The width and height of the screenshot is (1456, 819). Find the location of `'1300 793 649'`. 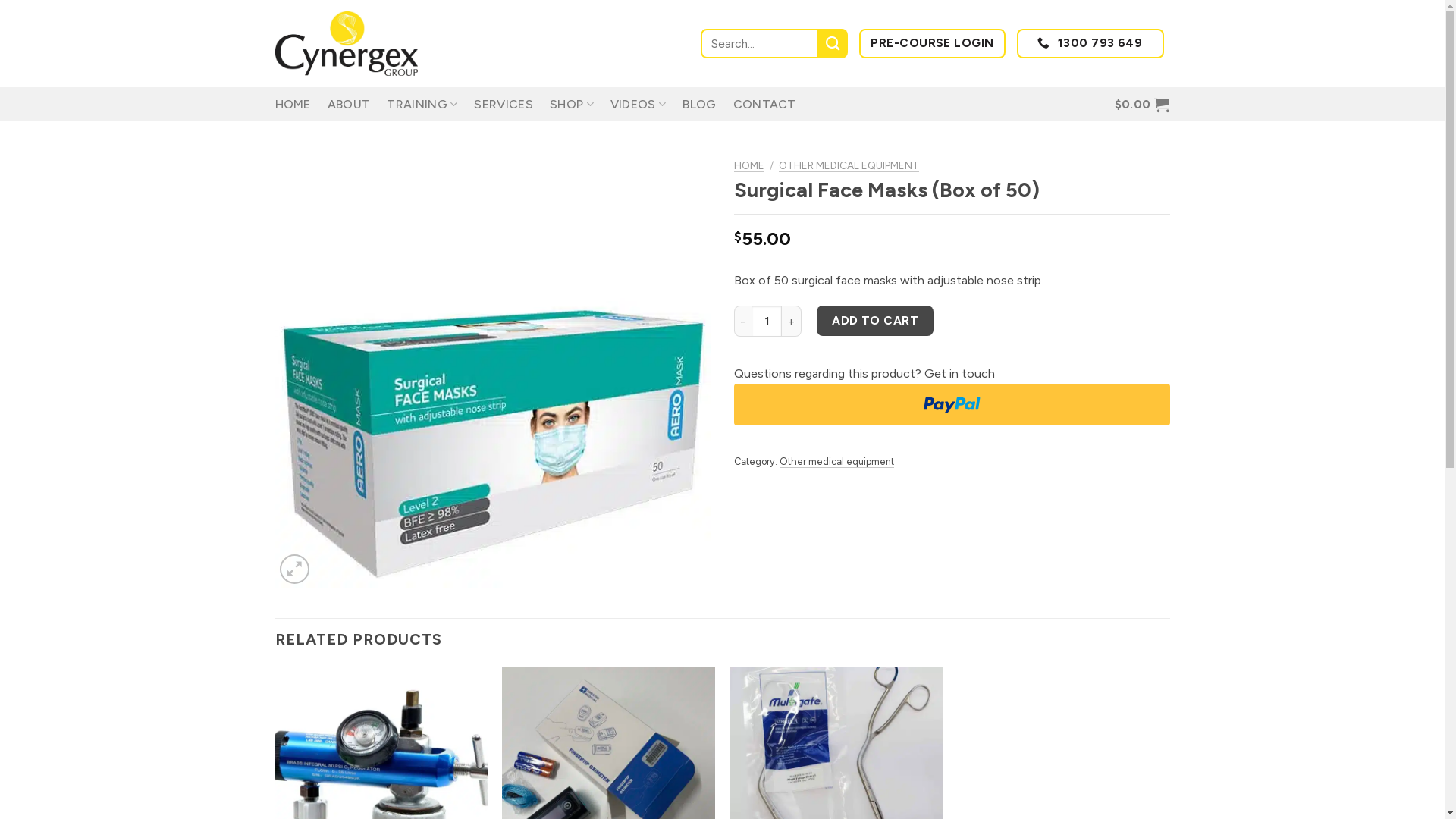

'1300 793 649' is located at coordinates (1090, 42).